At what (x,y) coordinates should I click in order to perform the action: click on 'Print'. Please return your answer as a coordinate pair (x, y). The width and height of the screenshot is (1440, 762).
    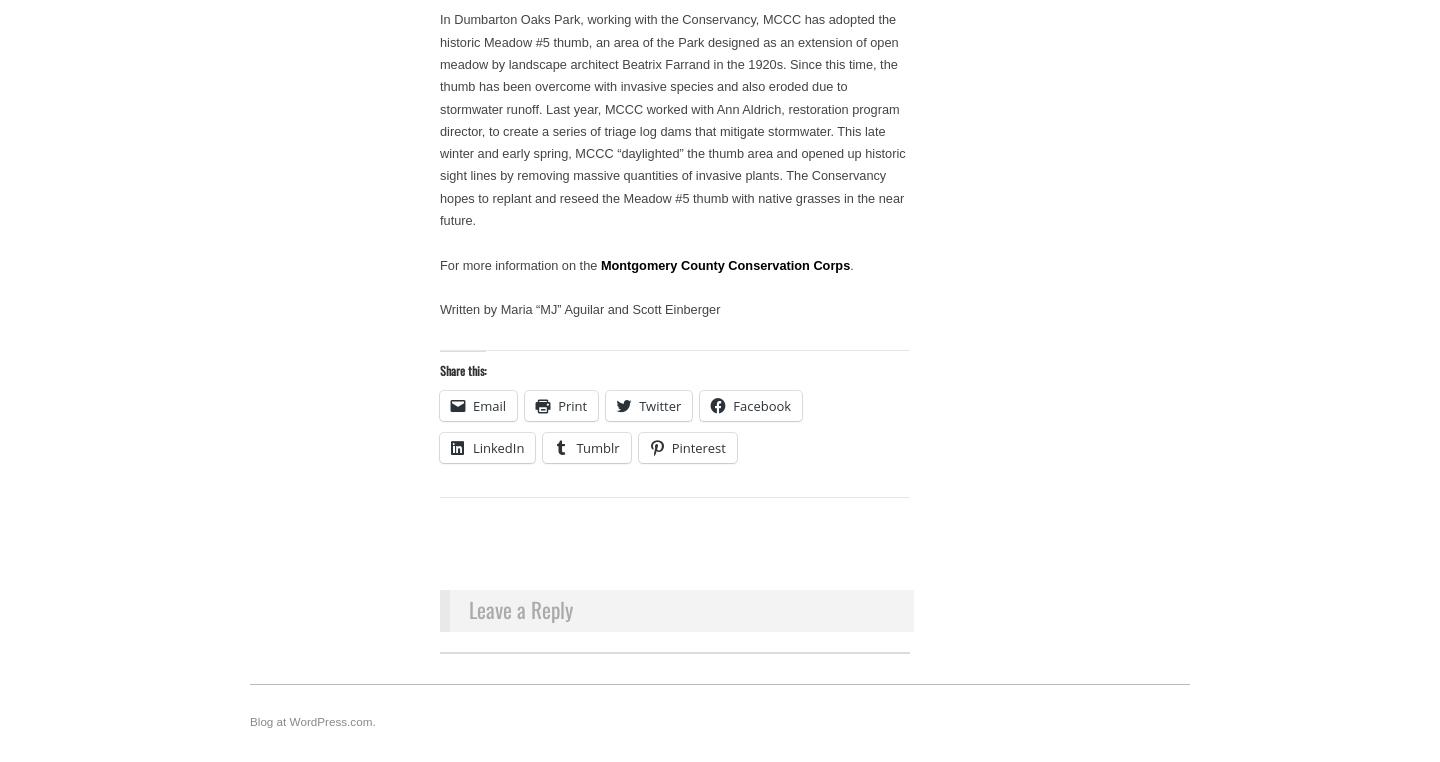
    Looking at the image, I should click on (572, 404).